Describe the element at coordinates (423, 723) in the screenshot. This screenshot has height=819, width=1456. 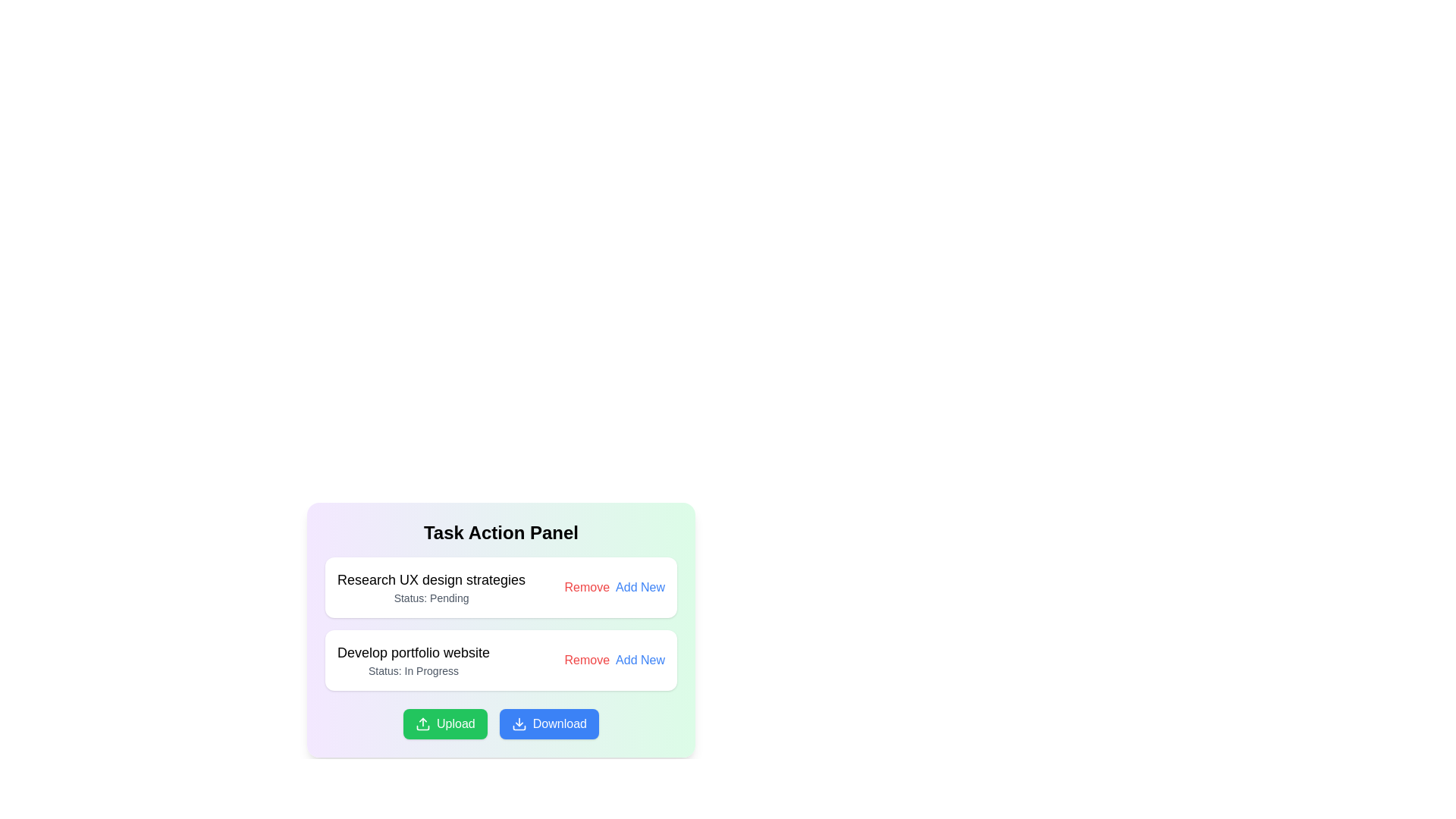
I see `the small upward arrow icon with a minimalist style, which is white on a green background, located to the left of the 'Upload' text in the green button at the bottom-left of the 'Task Action Panel'` at that location.